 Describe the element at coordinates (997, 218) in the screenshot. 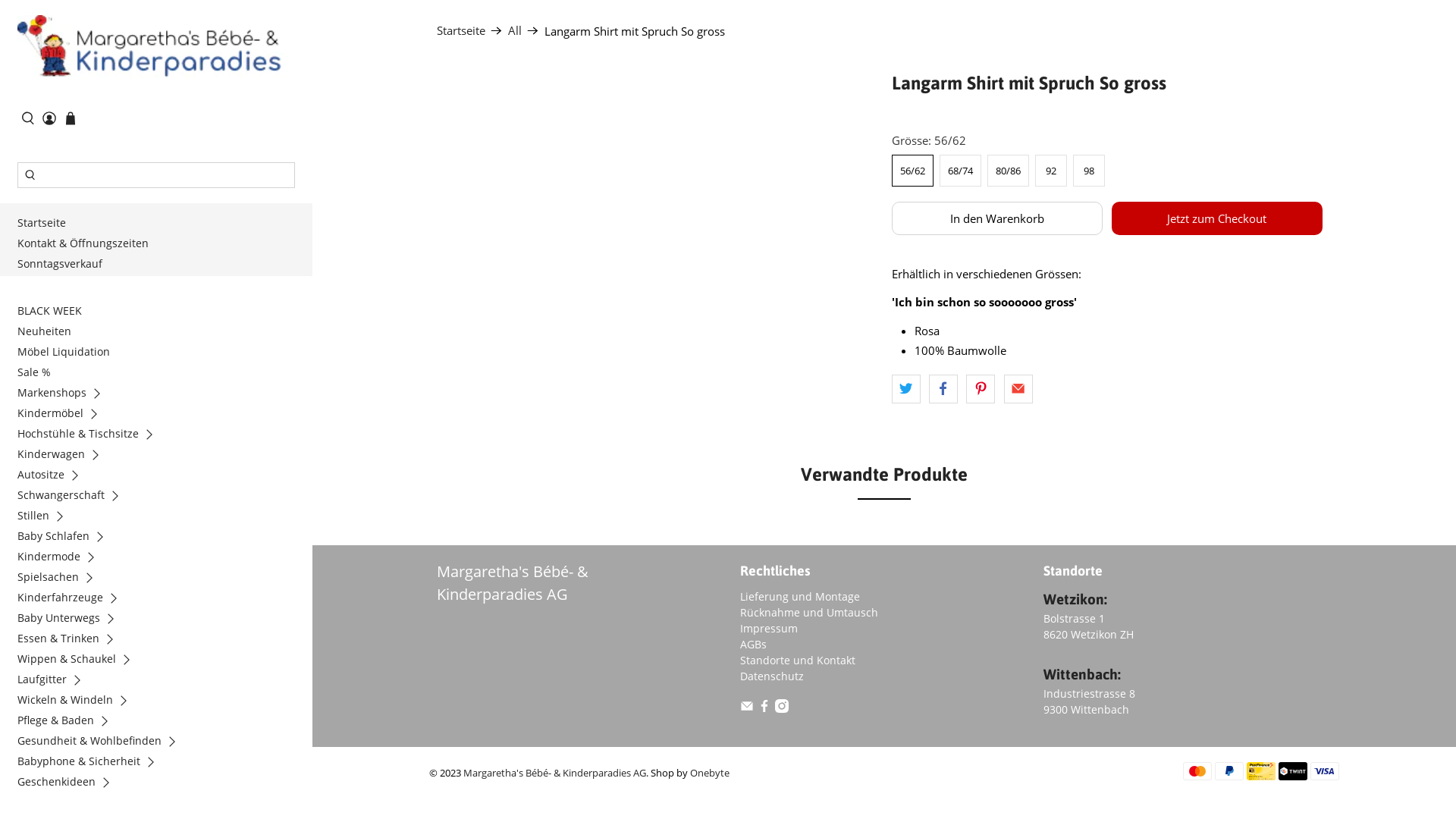

I see `'In den Warenkorb'` at that location.